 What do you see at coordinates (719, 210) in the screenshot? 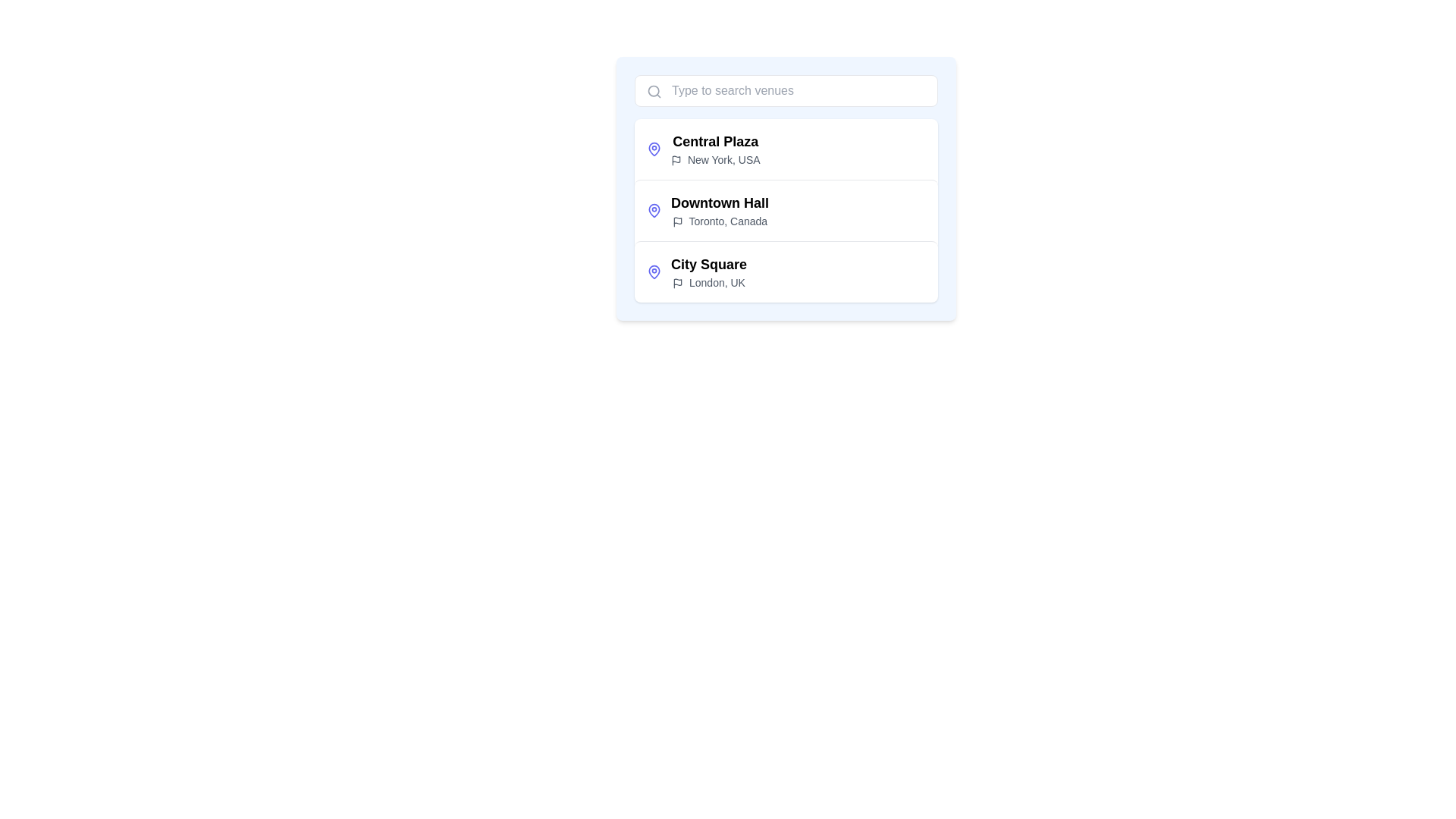
I see `the list item displaying 'Downtown Hall' located in Toronto, Canada, which is the second entry in the vertical list of venue options` at bounding box center [719, 210].